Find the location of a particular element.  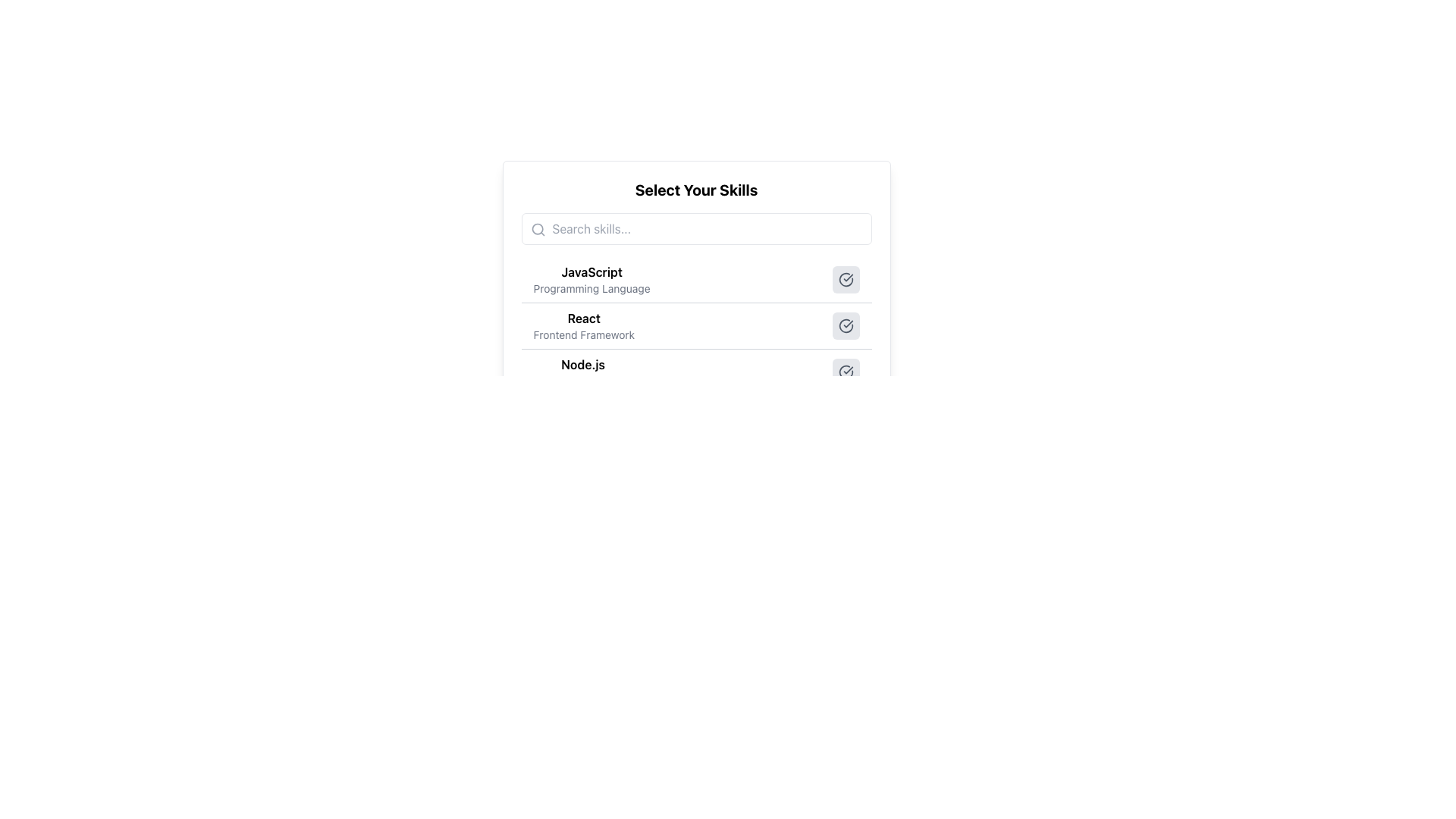

text label displaying 'JavaScript' which is bold and mid-size, positioned above the smaller grayish text 'Programming Language' is located at coordinates (591, 271).